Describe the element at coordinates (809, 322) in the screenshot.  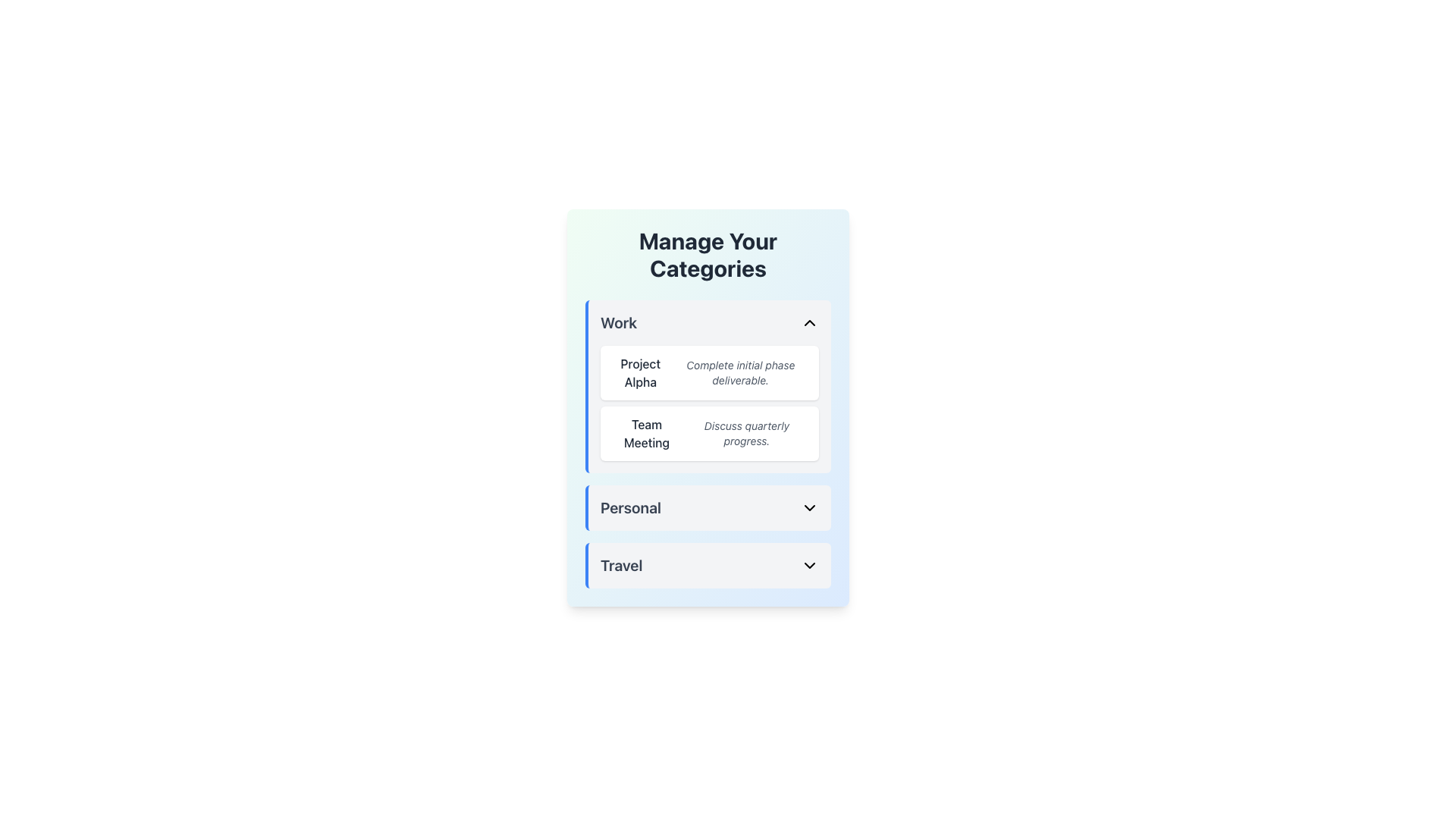
I see `the dropdown toggle button located at the far right end of the 'Work' header section` at that location.